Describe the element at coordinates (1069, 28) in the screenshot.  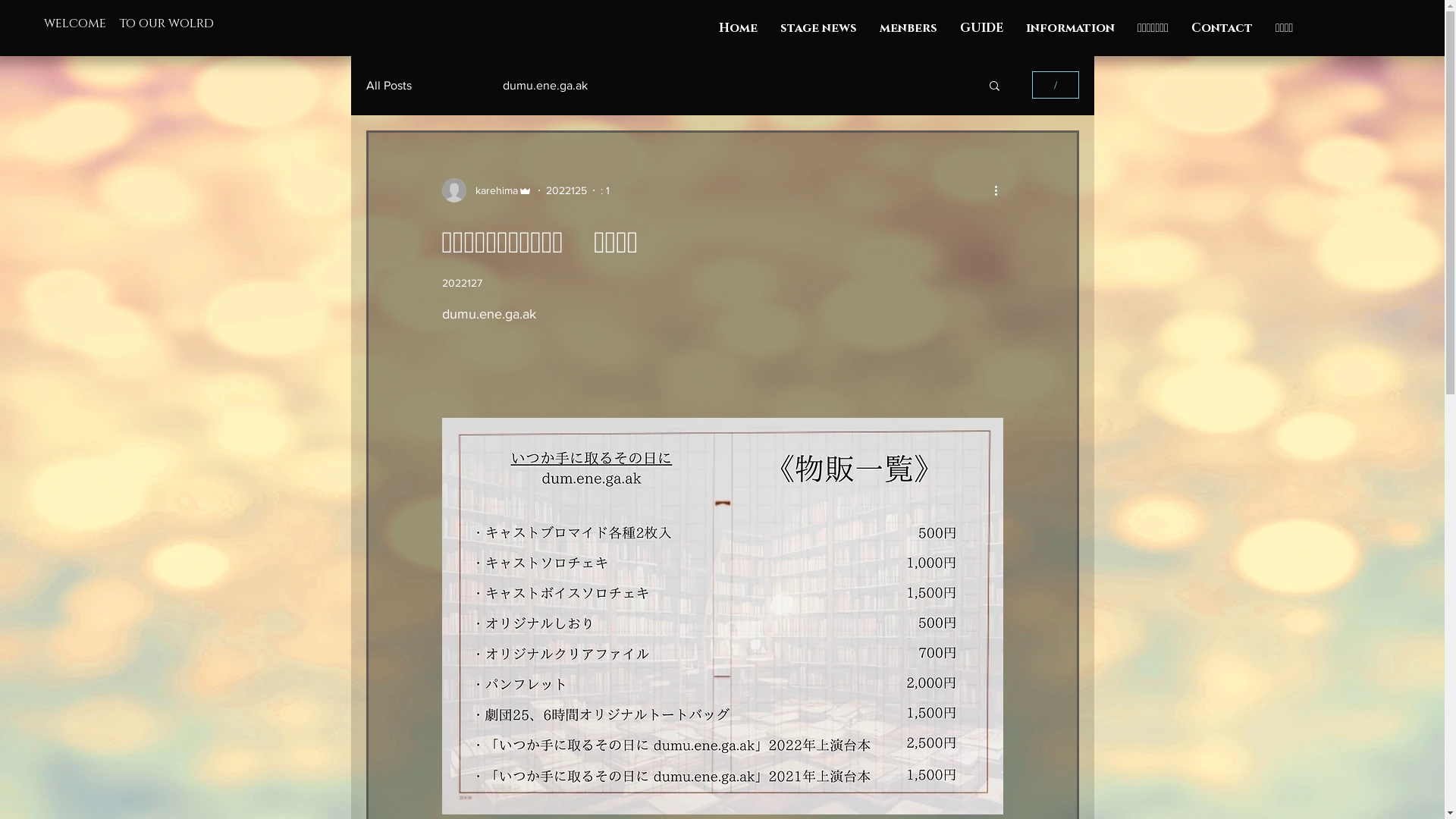
I see `'information'` at that location.